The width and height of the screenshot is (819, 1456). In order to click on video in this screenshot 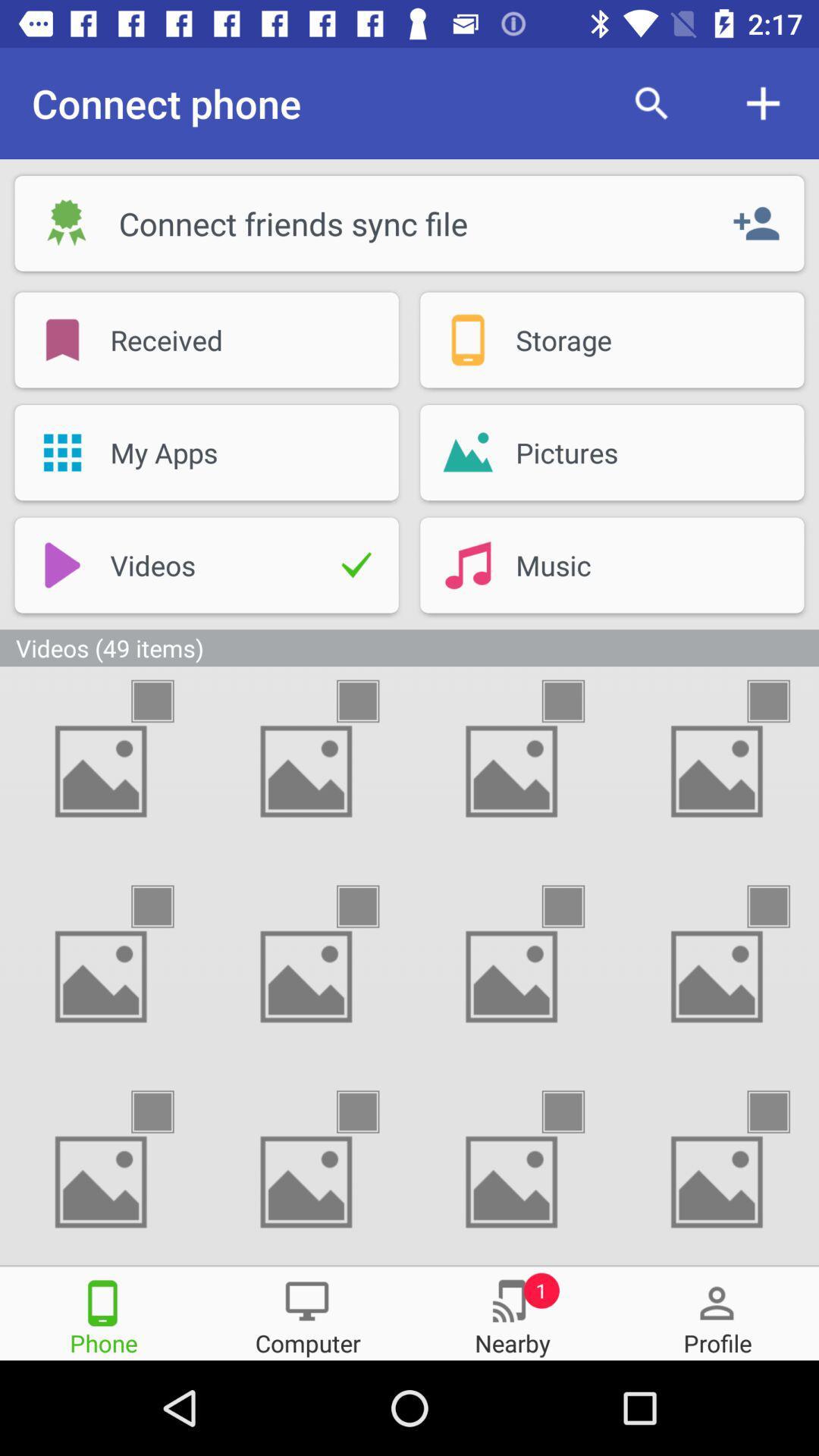, I will do `click(782, 1112)`.